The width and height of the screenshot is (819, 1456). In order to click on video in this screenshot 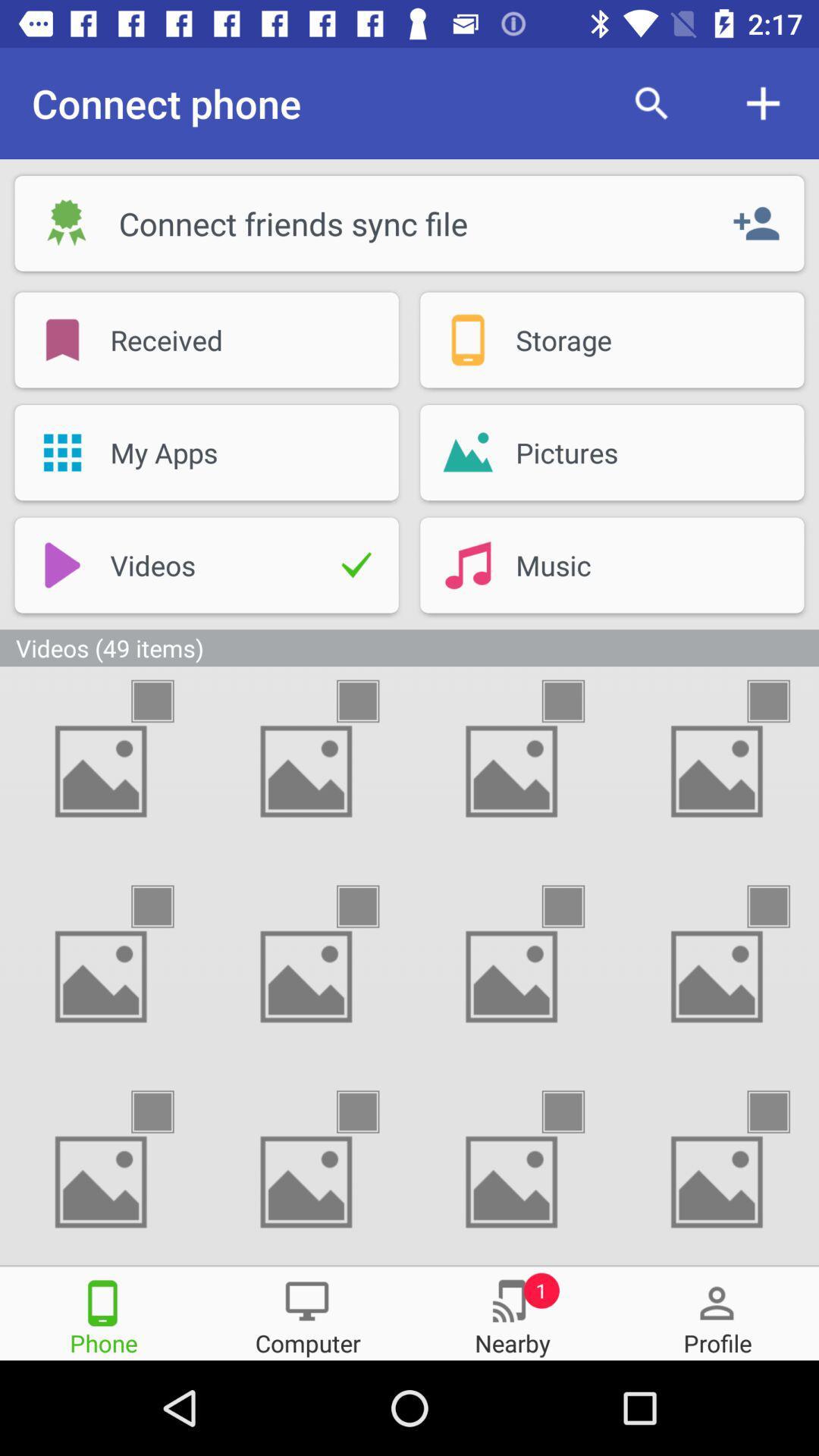, I will do `click(782, 1112)`.